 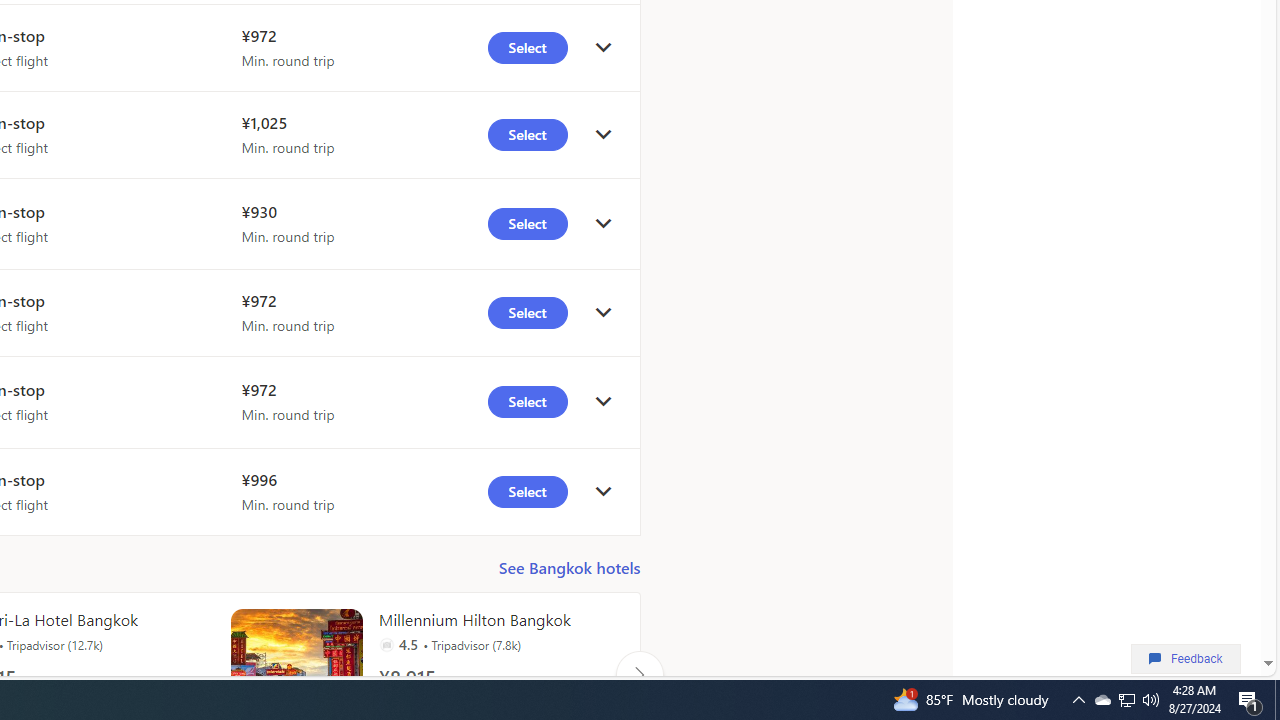 I want to click on 'click to get details', so click(x=602, y=491).